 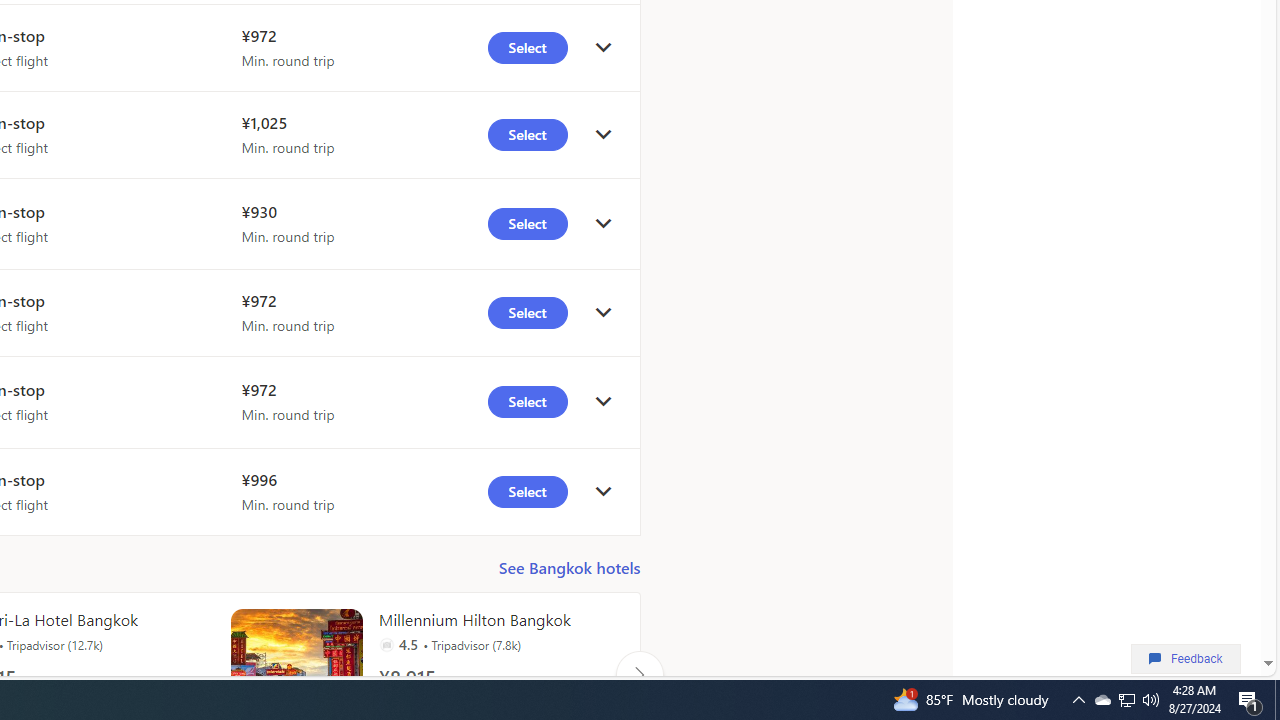 I want to click on 'click to get details', so click(x=602, y=491).